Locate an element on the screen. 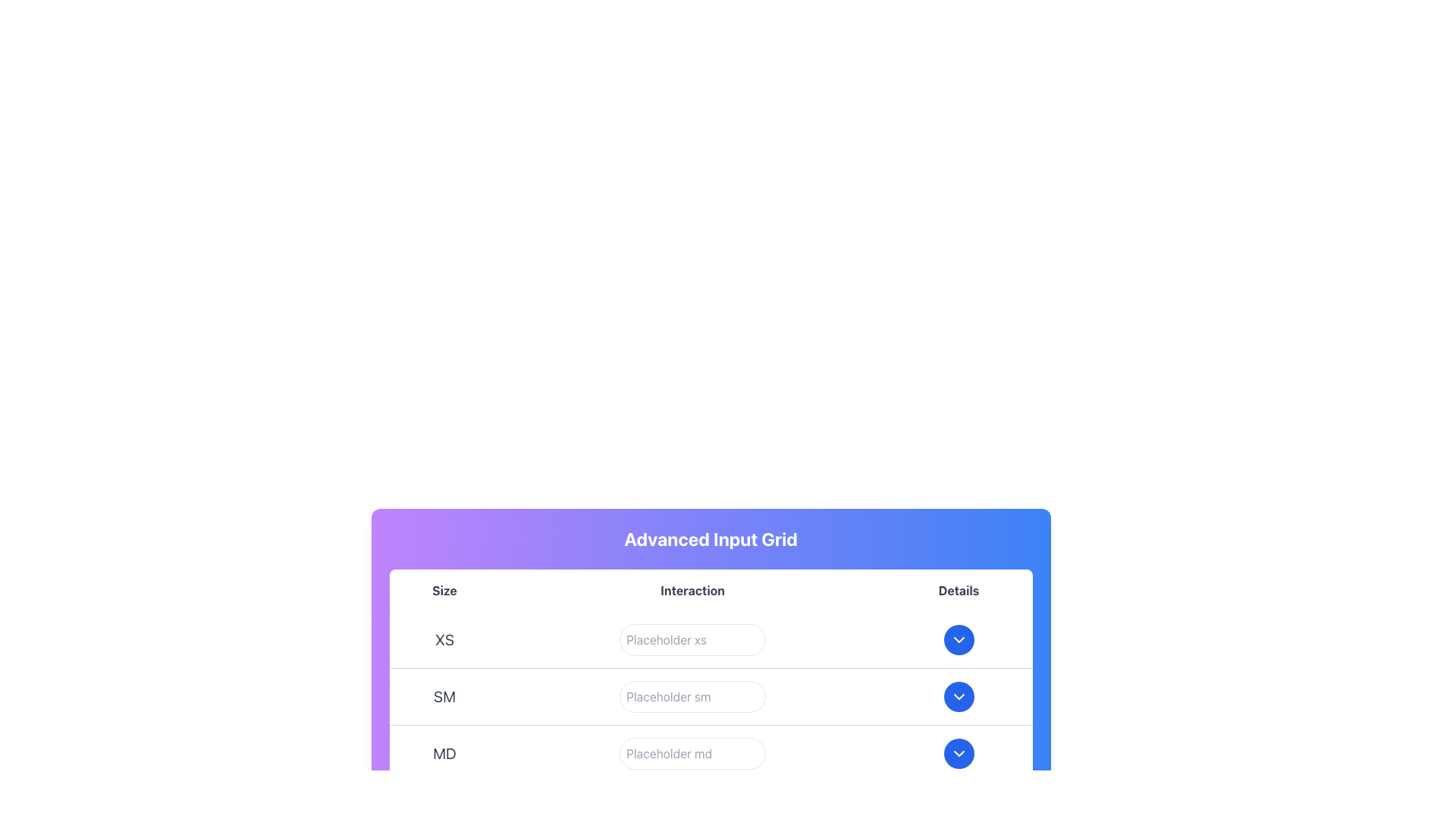  the 'Interaction' text label, which is the second header in a row of three in the grid layout, indicating the nature of the data below is located at coordinates (710, 590).